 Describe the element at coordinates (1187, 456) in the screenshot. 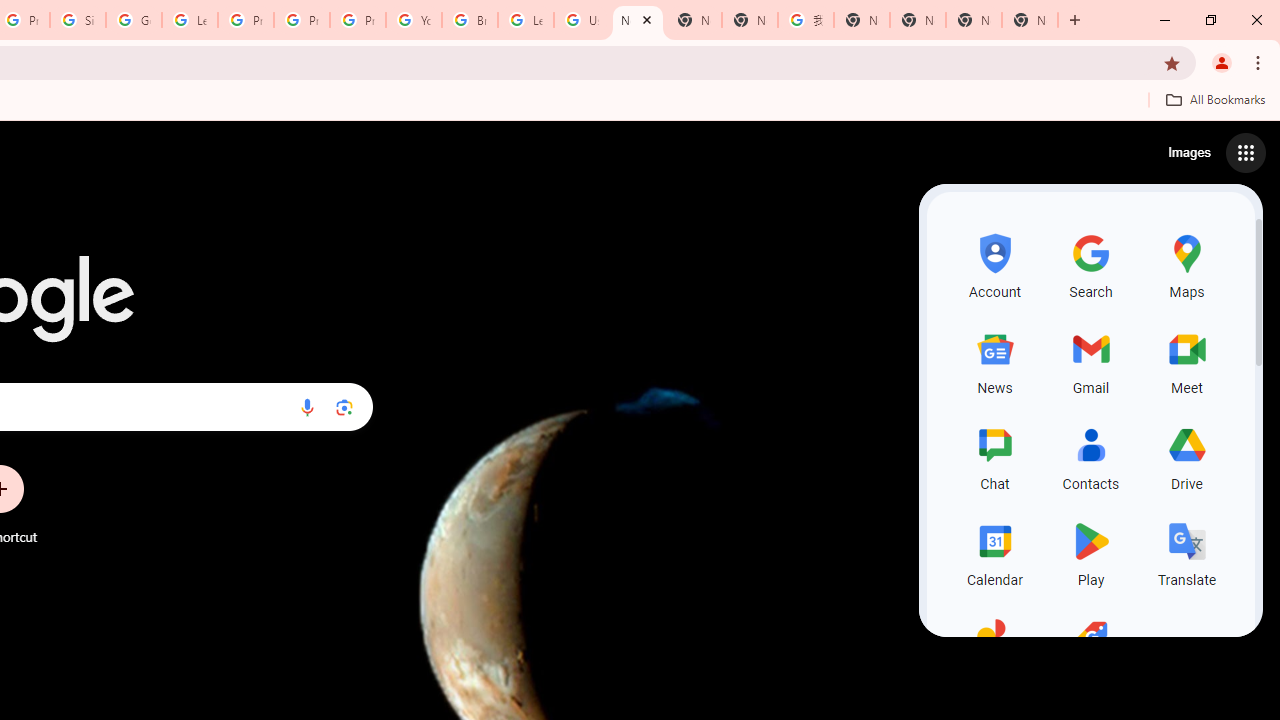

I see `'Drive, row 3 of 5 and column 3 of 3 in the first section'` at that location.